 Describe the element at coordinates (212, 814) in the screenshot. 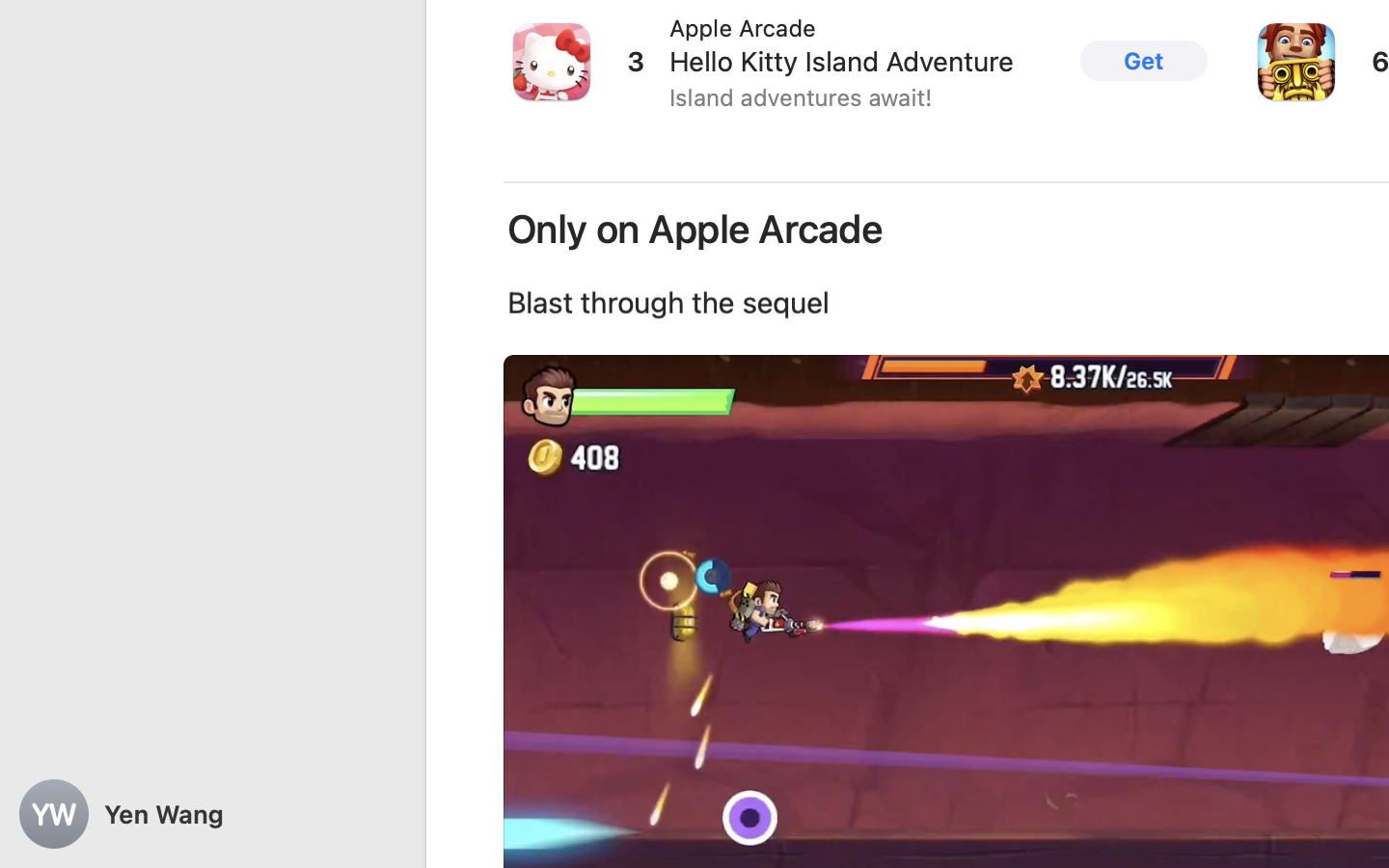

I see `'Yen Wang'` at that location.